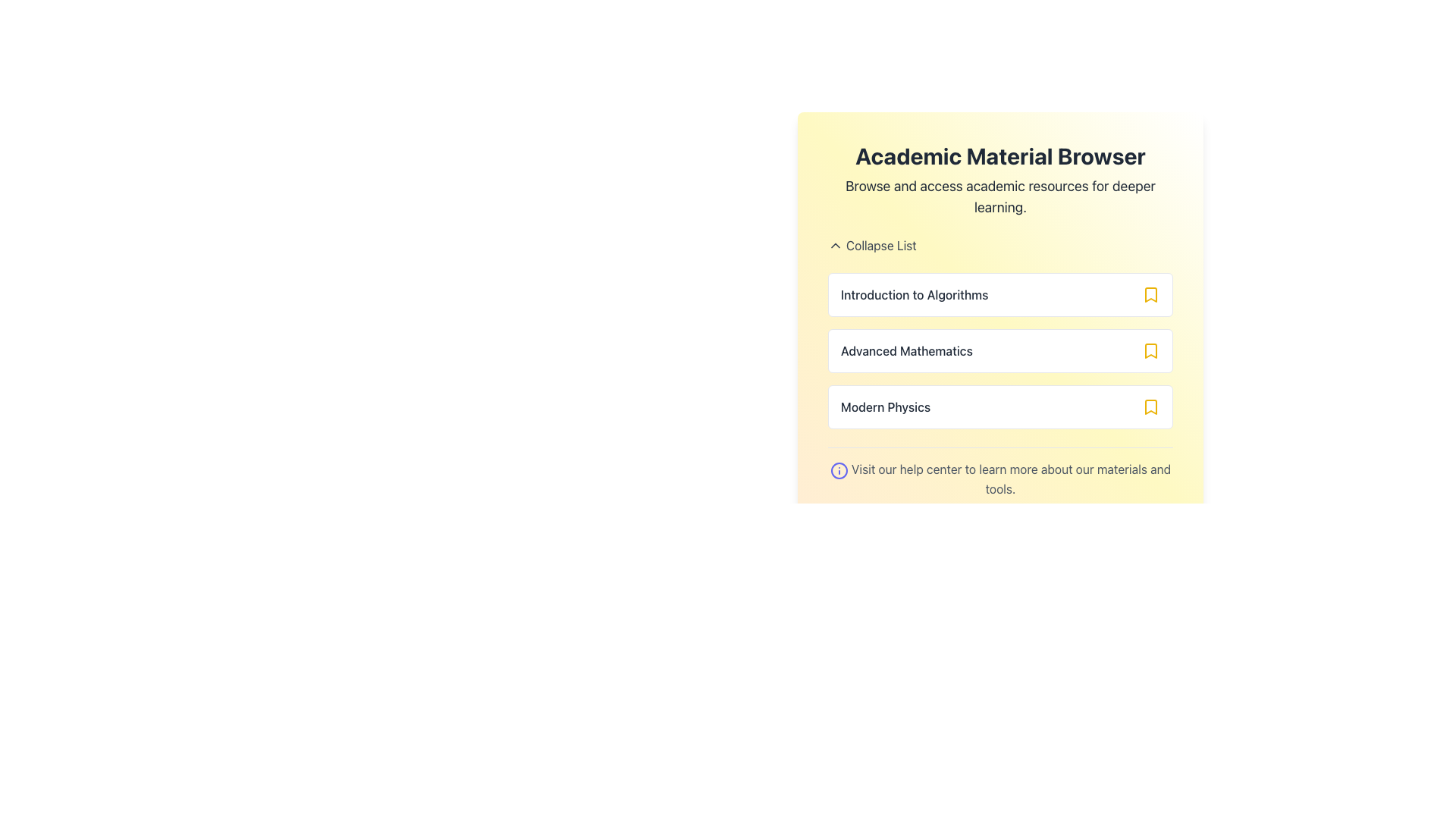 The height and width of the screenshot is (819, 1456). What do you see at coordinates (838, 469) in the screenshot?
I see `the informative icon, which is a circular icon with an 'i' symbol, located at the bottom-left corner of the text block that reads 'Visit our help center to learn more about our materials and tools.'` at bounding box center [838, 469].